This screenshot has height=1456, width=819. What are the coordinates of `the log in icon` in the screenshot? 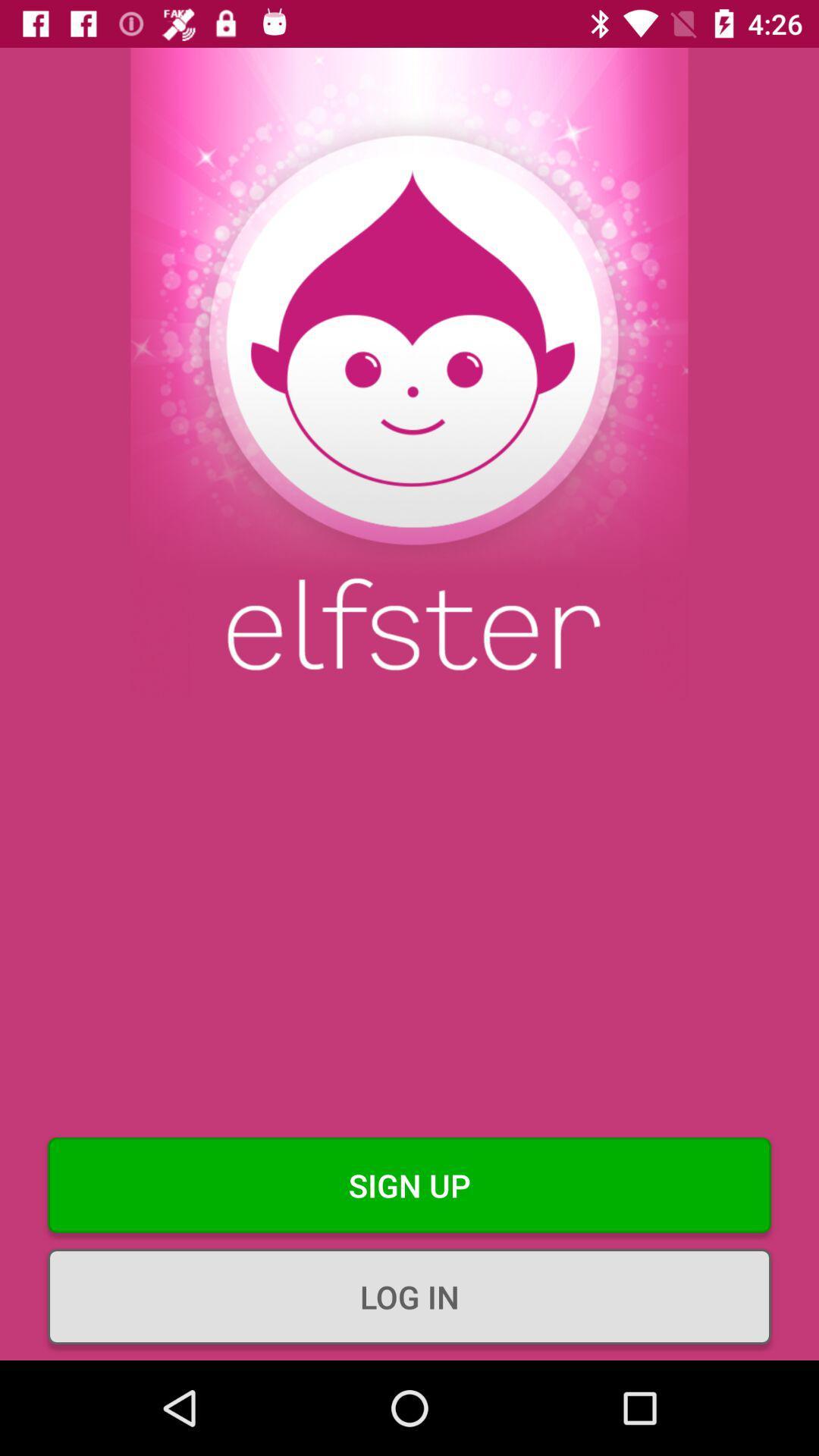 It's located at (409, 1295).